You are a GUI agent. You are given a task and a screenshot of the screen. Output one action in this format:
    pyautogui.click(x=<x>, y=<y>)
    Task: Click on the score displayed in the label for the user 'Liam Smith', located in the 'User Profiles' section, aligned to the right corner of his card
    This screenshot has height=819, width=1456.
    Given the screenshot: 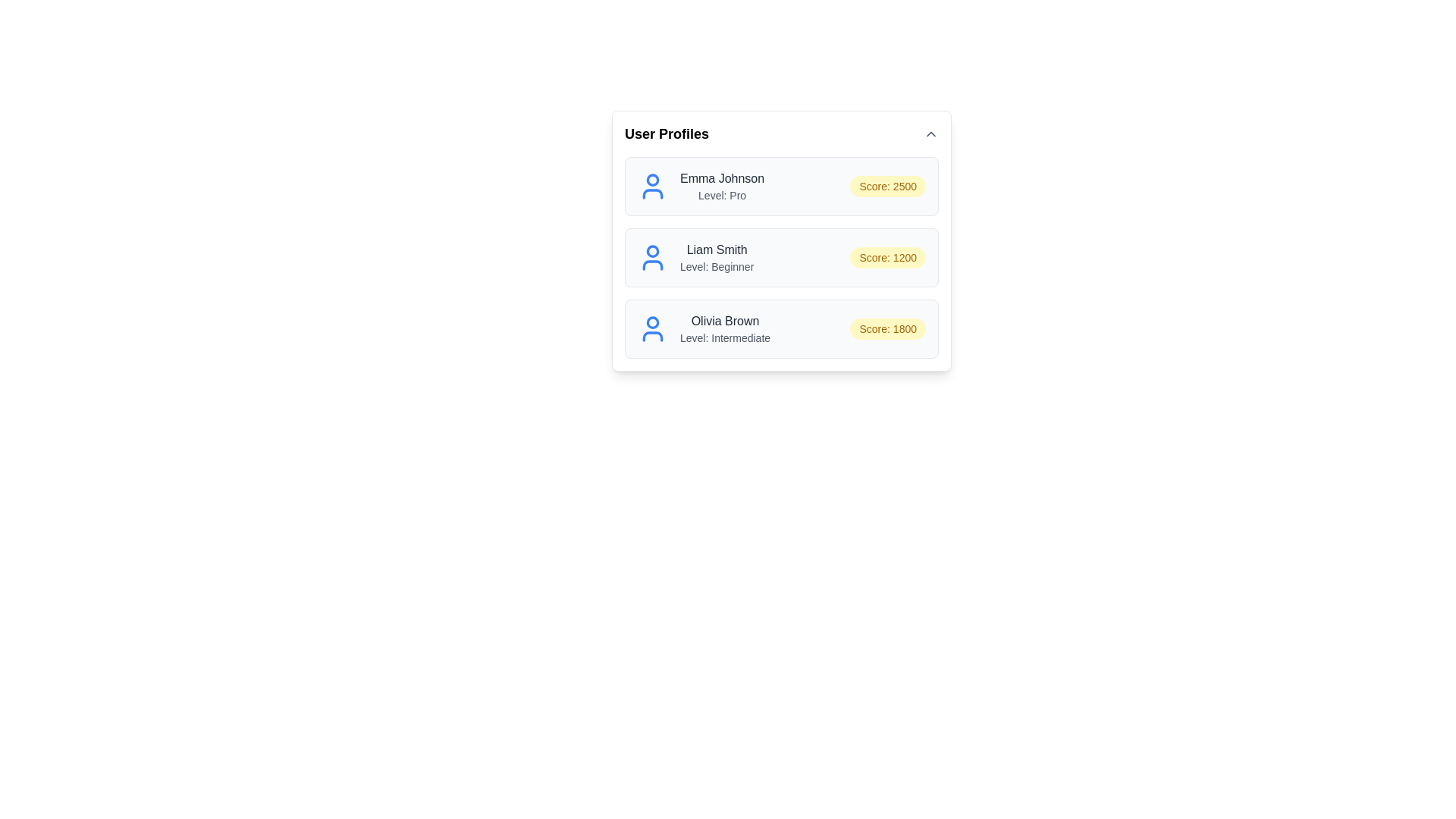 What is the action you would take?
    pyautogui.click(x=888, y=256)
    